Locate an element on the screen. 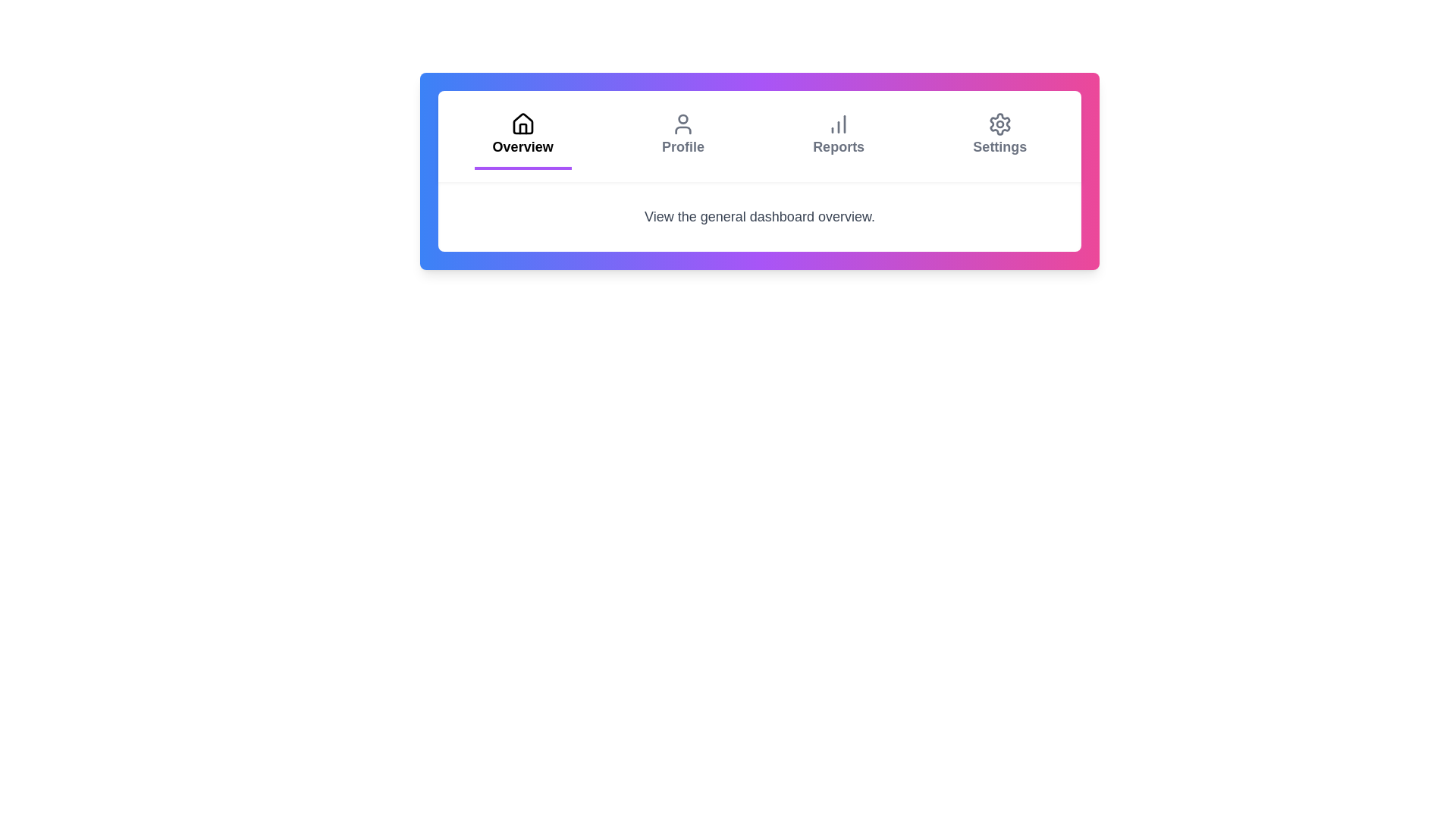  the 'Reports' text label in the navigation menu, which is located between 'Profile' and 'Settings' is located at coordinates (838, 146).